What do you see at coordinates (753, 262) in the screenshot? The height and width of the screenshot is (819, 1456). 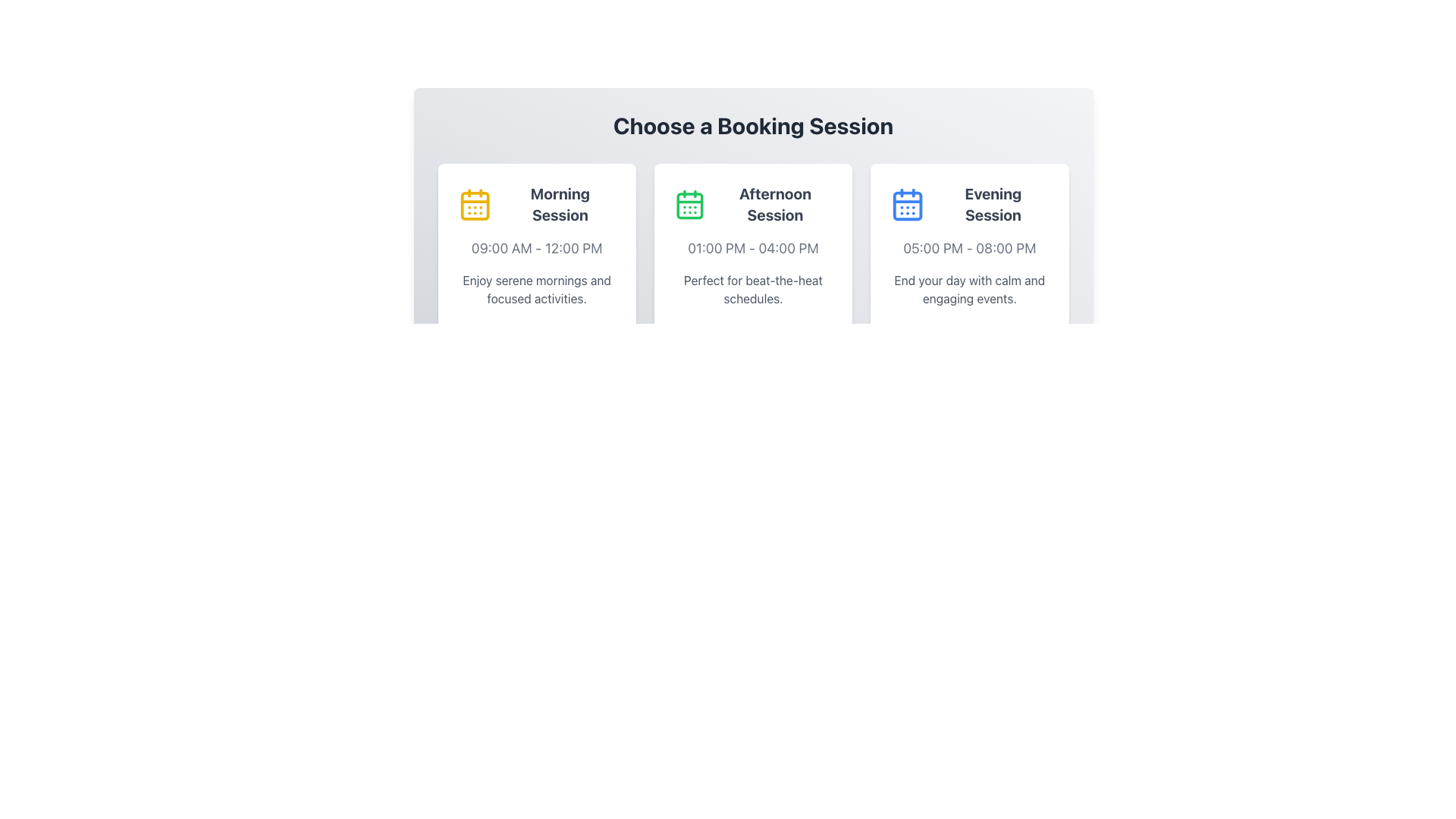 I see `the 'Afternoon Session' card, which is the second card` at bounding box center [753, 262].